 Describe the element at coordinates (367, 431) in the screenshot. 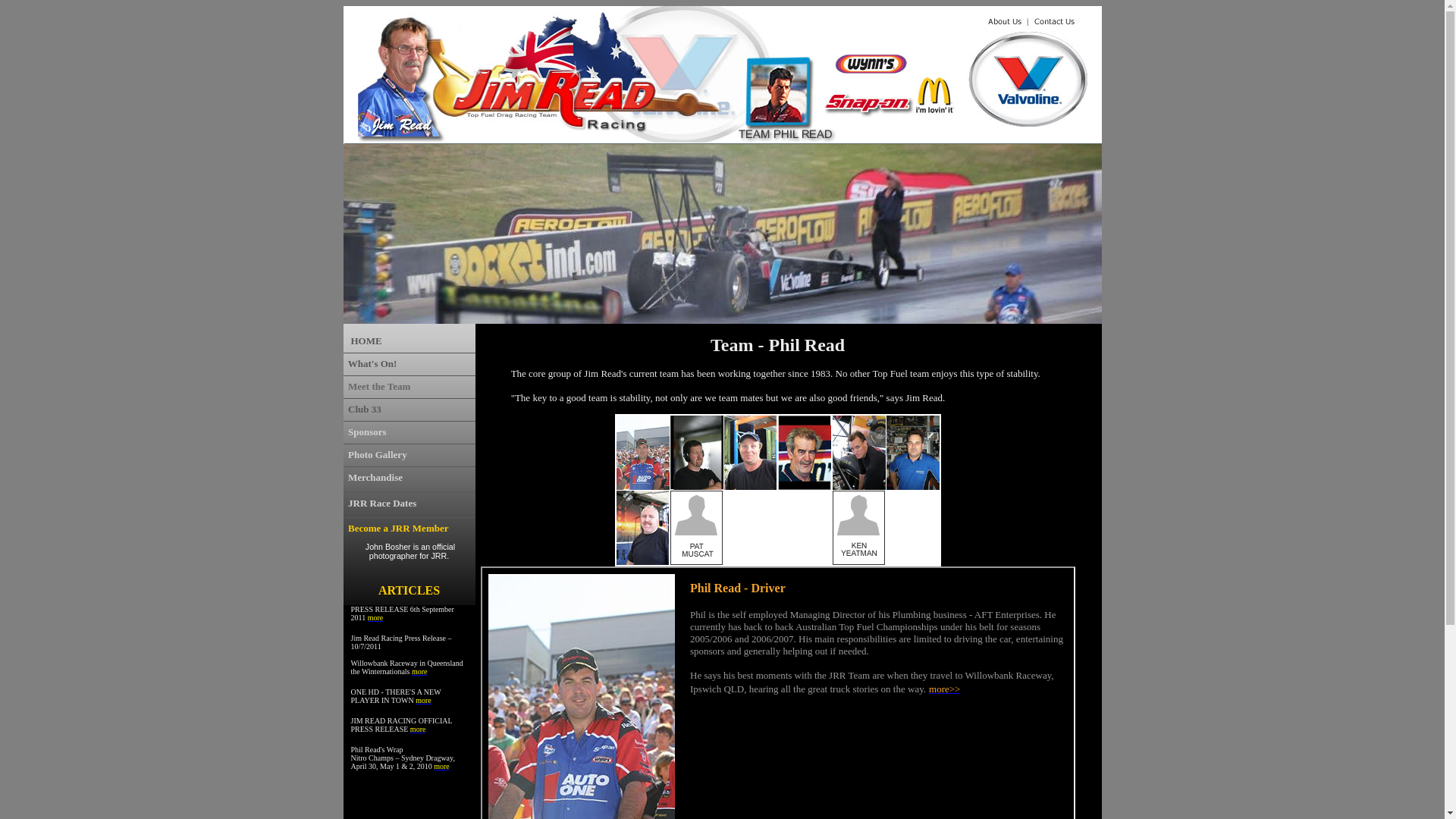

I see `'Sponsors'` at that location.